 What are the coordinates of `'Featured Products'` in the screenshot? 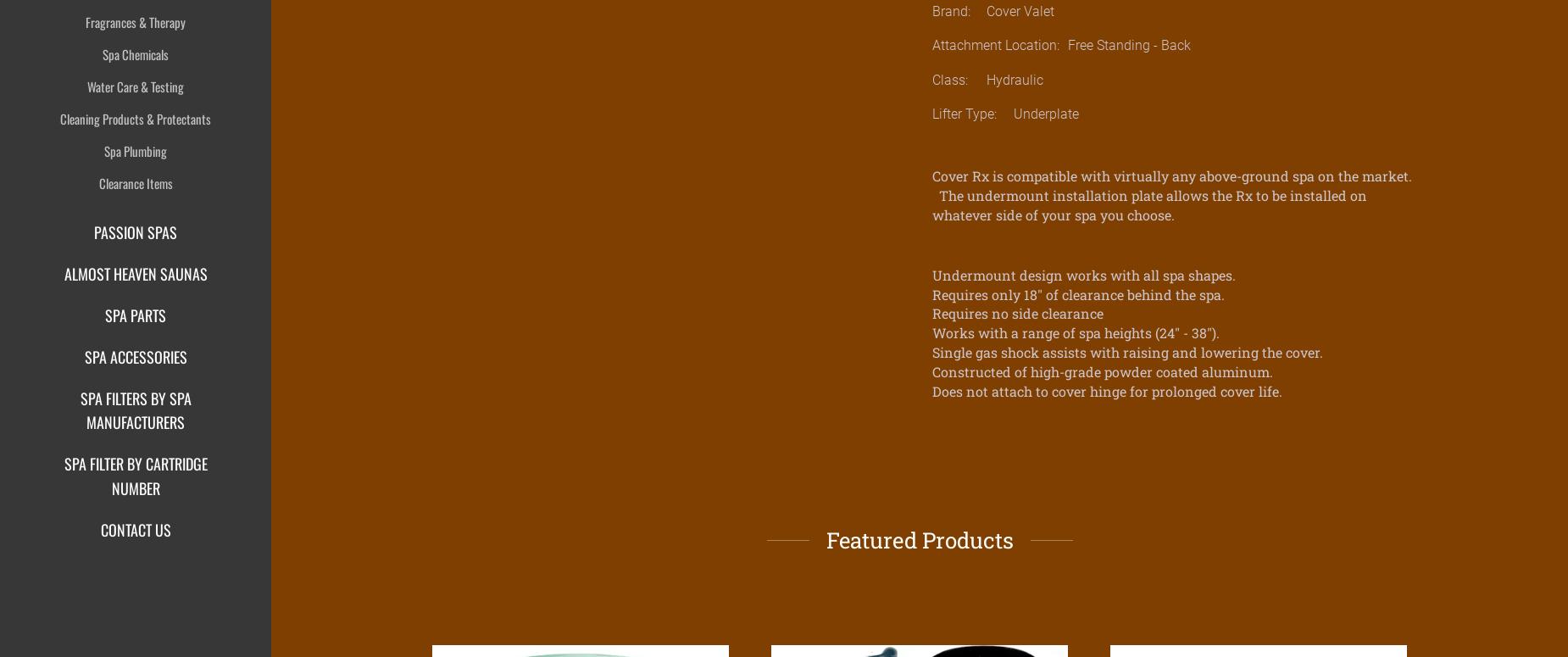 It's located at (918, 539).